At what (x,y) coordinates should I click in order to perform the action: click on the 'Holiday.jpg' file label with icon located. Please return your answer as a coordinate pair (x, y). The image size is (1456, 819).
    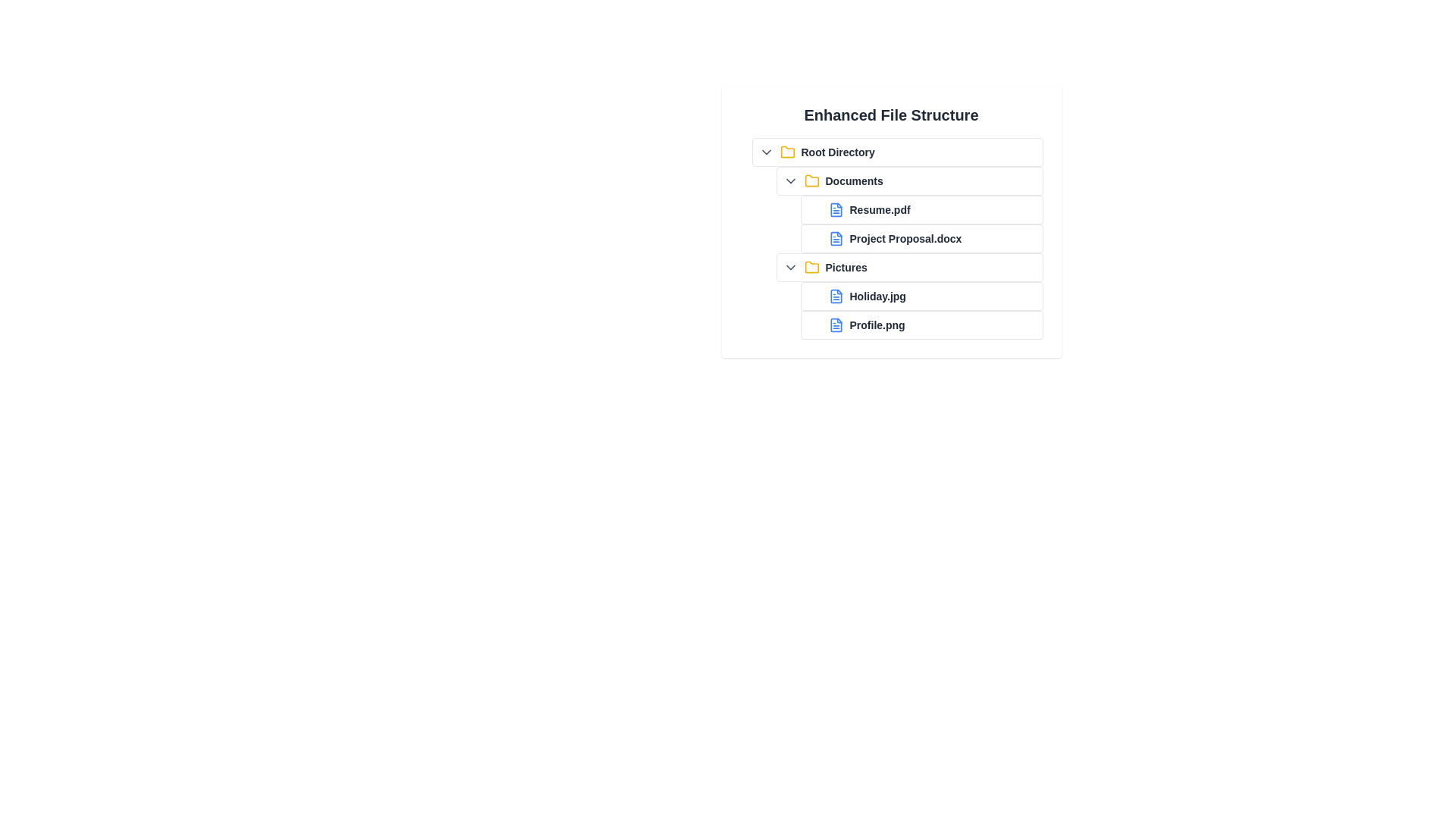
    Looking at the image, I should click on (903, 296).